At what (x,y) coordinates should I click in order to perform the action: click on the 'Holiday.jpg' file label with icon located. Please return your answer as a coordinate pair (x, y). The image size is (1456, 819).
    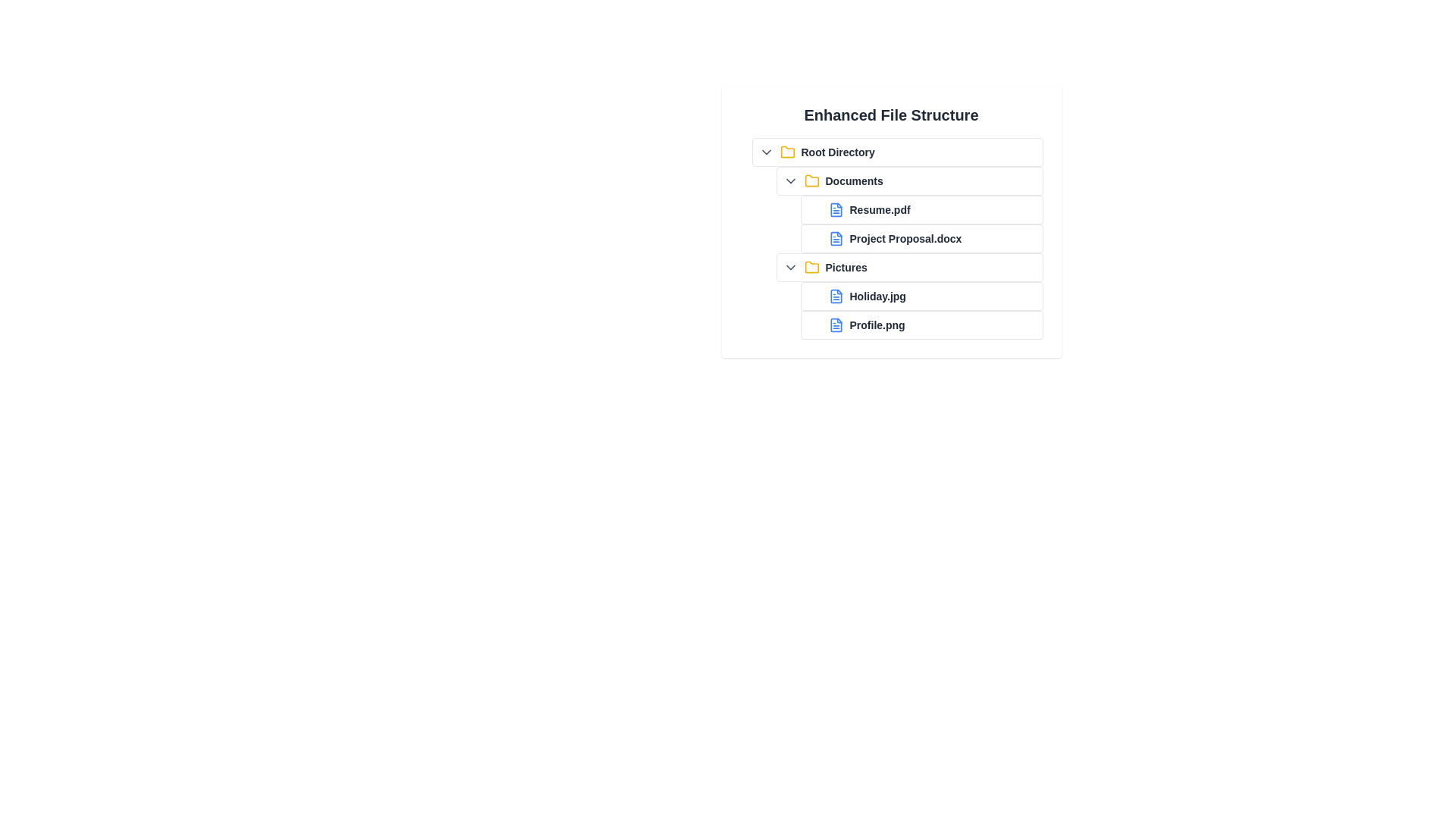
    Looking at the image, I should click on (903, 296).